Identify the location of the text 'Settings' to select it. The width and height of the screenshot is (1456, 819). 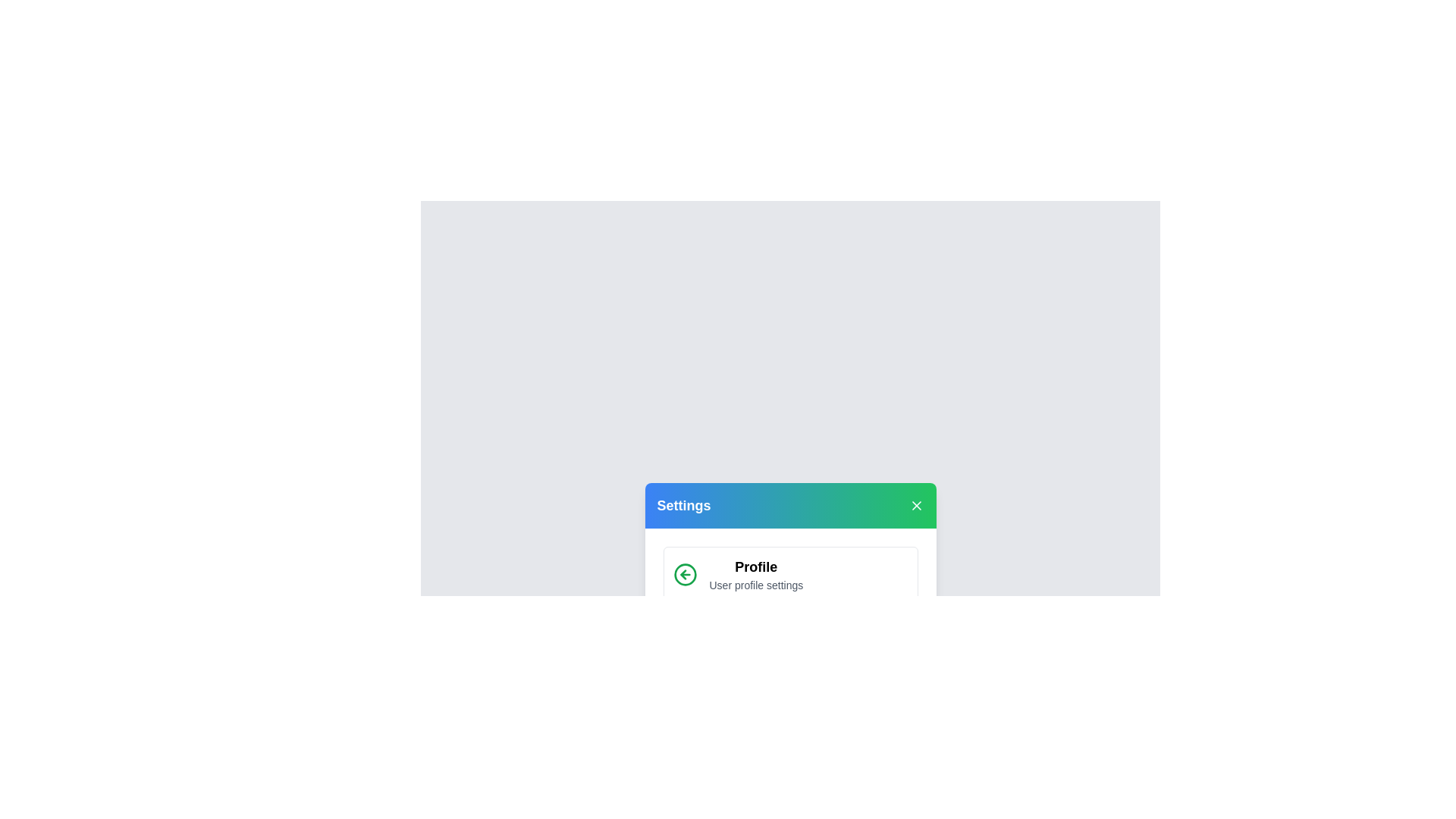
(683, 506).